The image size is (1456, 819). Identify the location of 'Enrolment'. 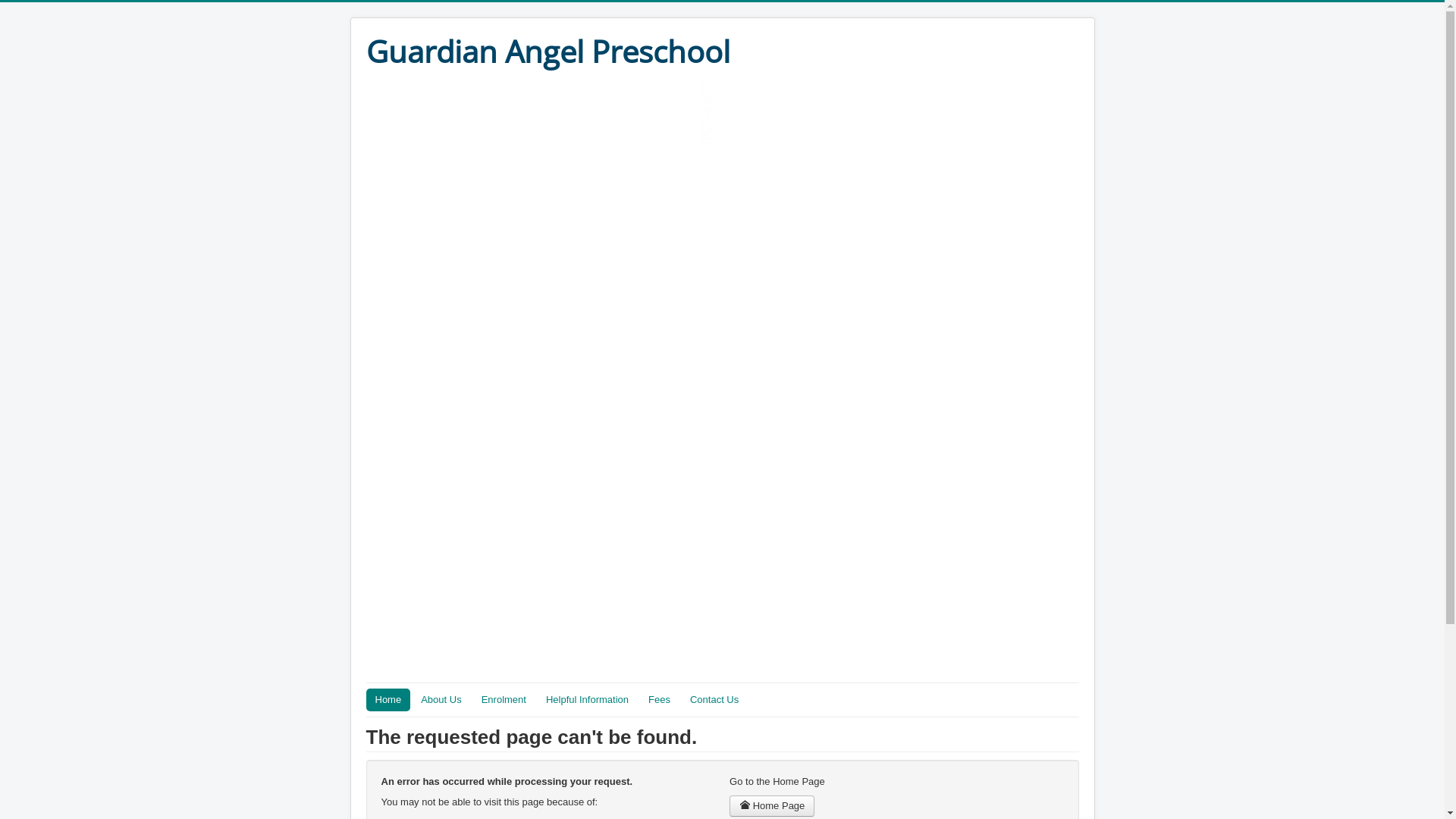
(504, 699).